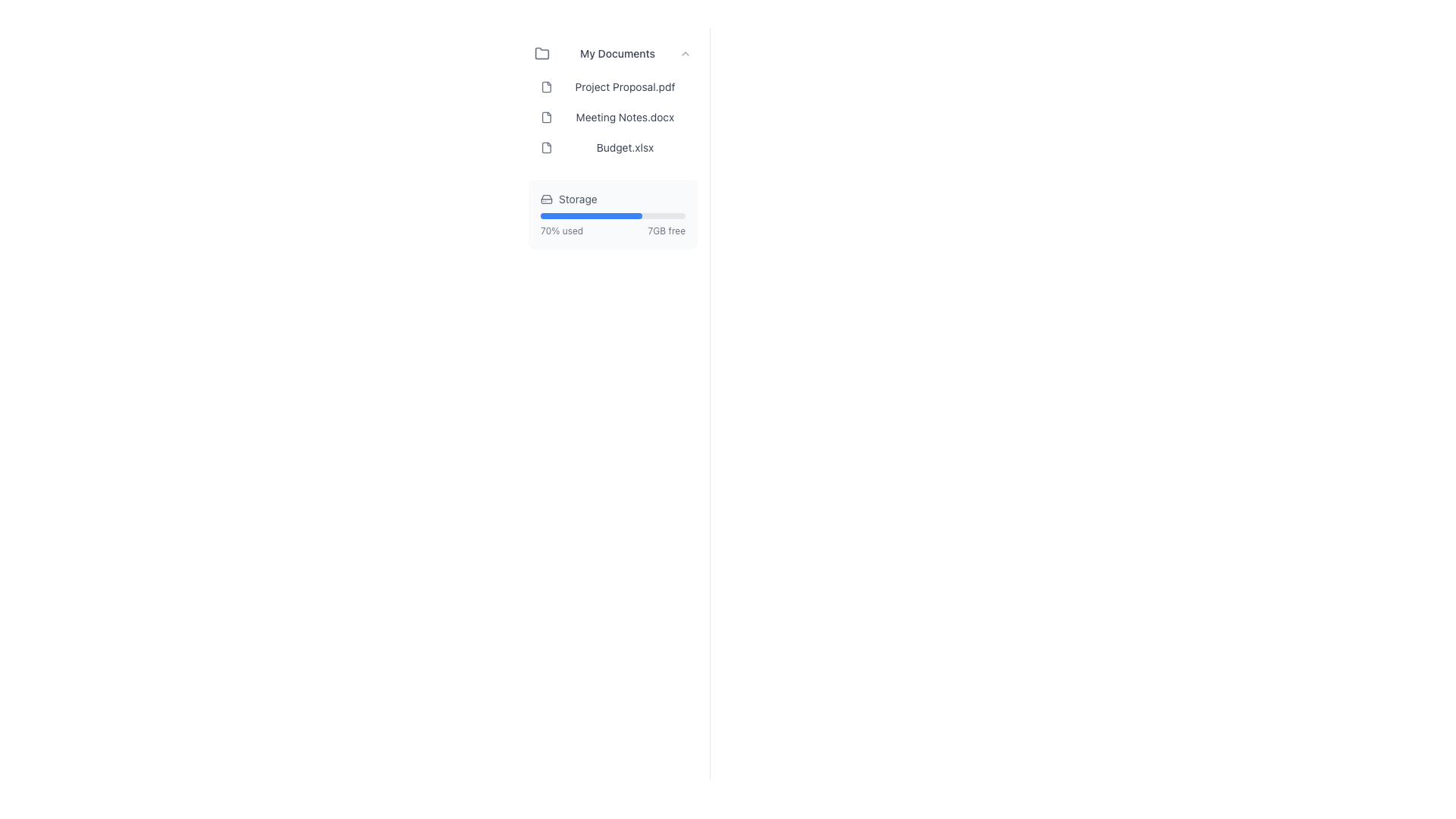 The height and width of the screenshot is (819, 1456). What do you see at coordinates (625, 148) in the screenshot?
I see `the text label displaying the filename 'Budget.xlsx'` at bounding box center [625, 148].